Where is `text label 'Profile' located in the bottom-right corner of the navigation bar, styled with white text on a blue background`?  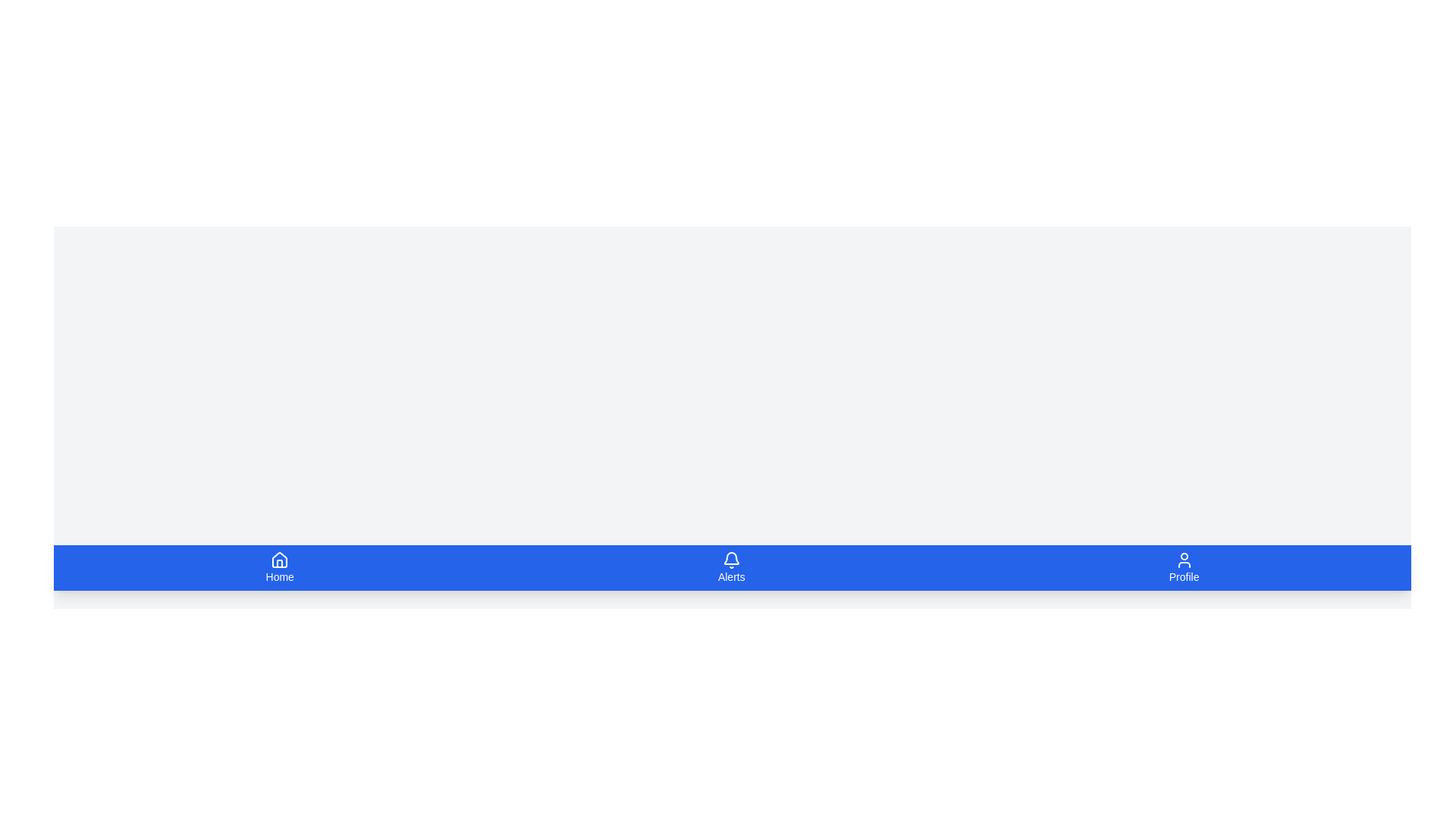 text label 'Profile' located in the bottom-right corner of the navigation bar, styled with white text on a blue background is located at coordinates (1183, 576).